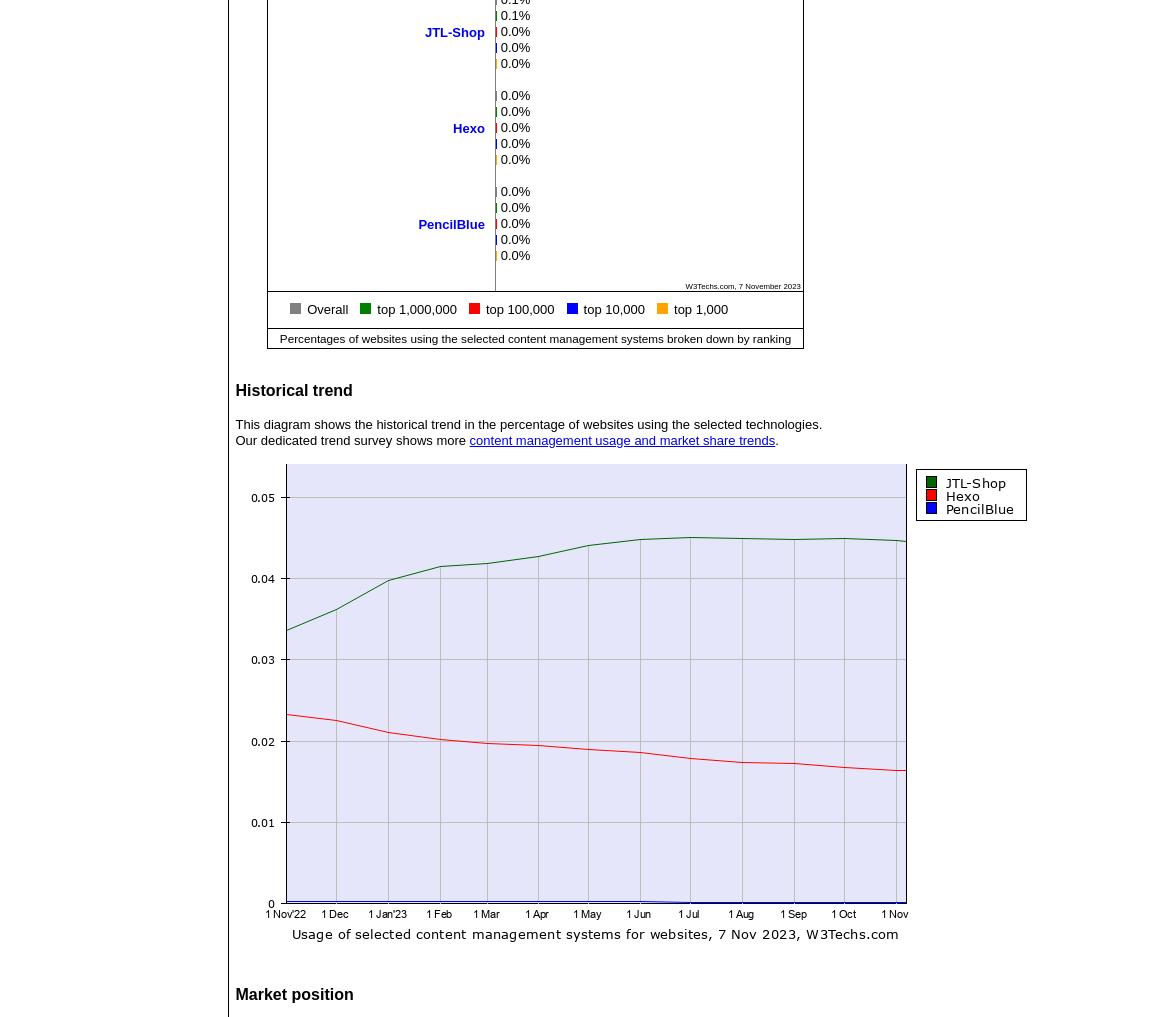  I want to click on 'Percentages of websites using the selected content management systems broken down by ranking', so click(534, 337).